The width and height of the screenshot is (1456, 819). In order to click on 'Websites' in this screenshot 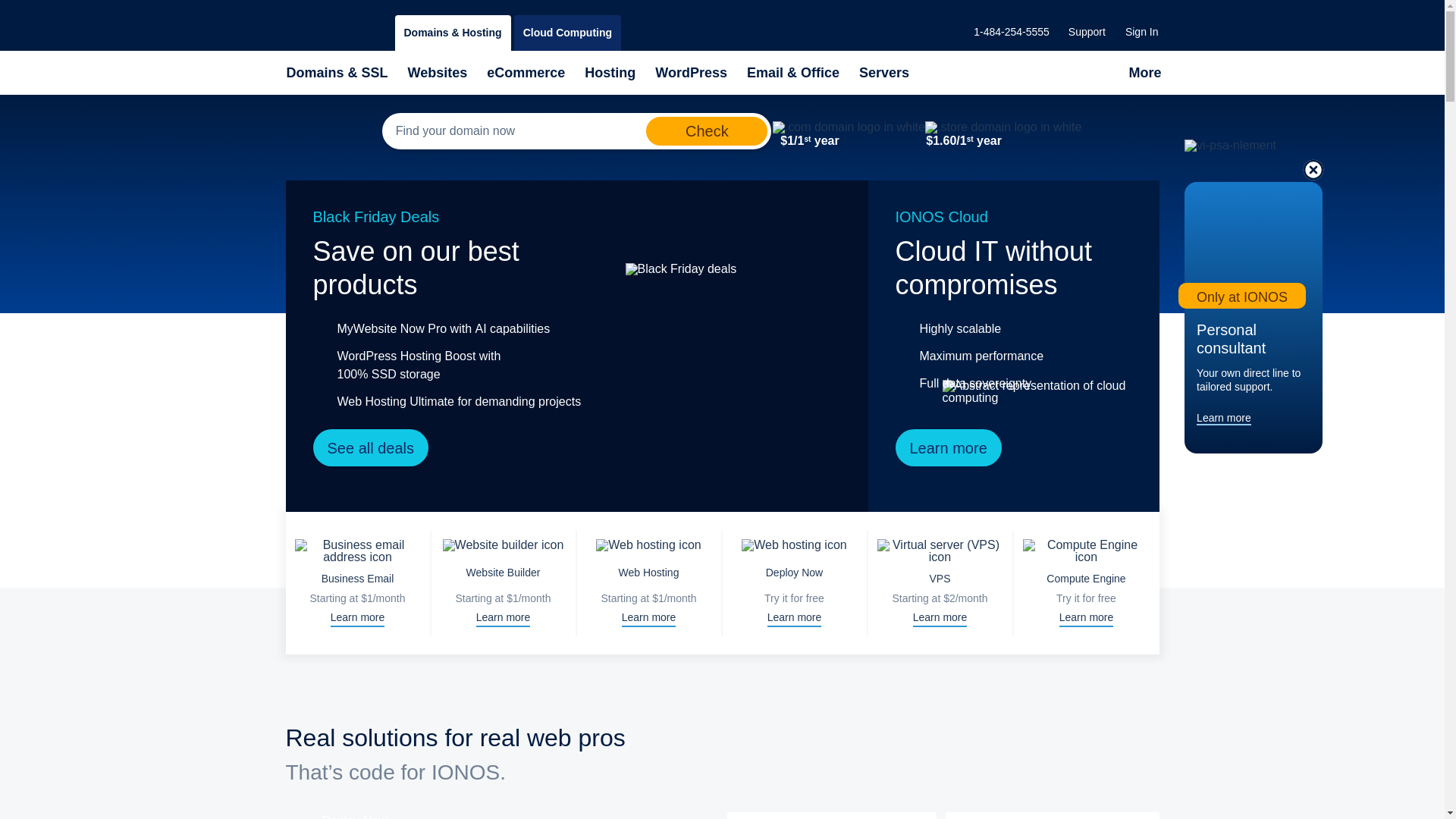, I will do `click(437, 73)`.